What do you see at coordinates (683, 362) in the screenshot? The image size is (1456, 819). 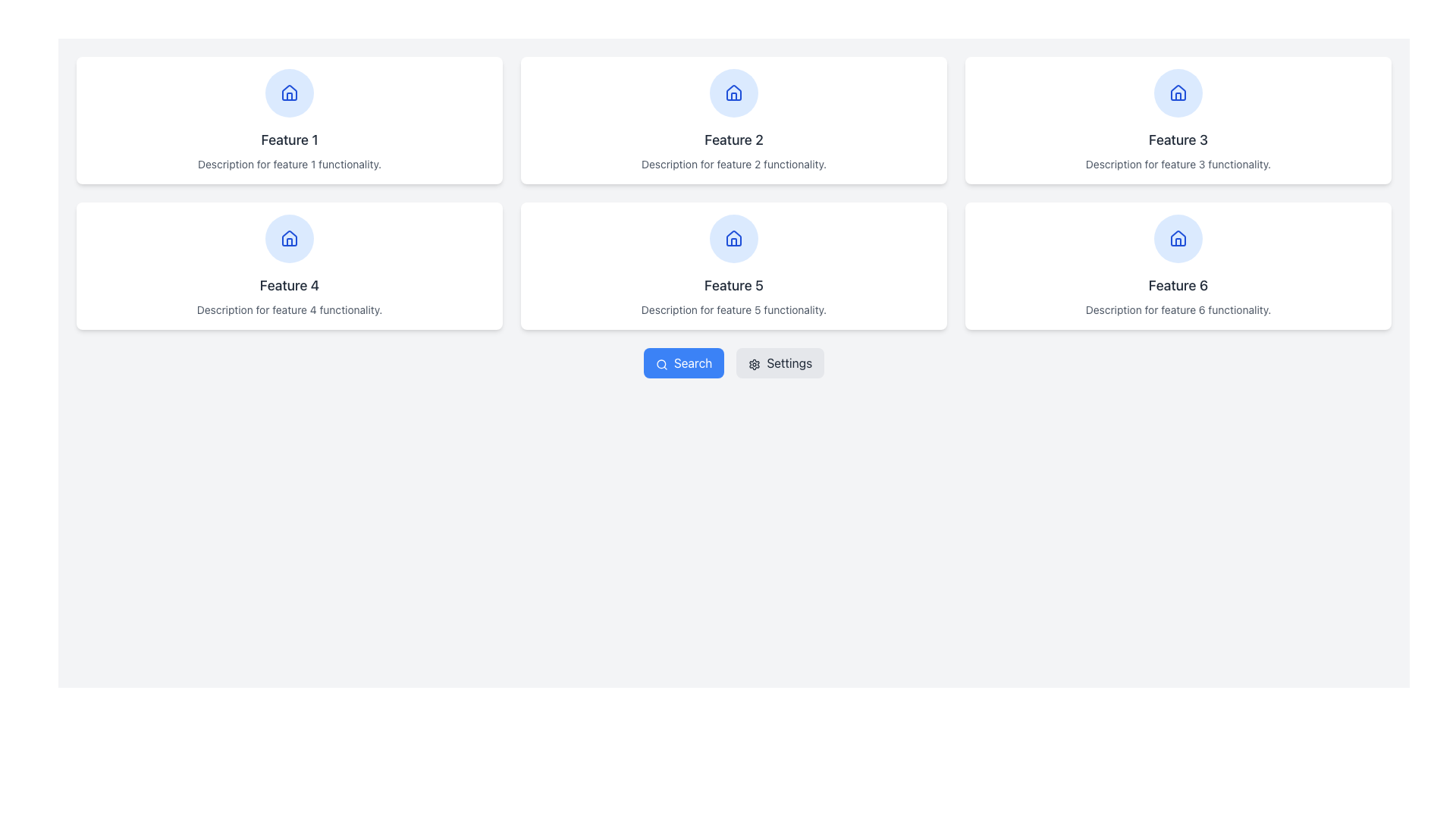 I see `the blue rectangular 'Search' button with rounded corners, which is located centrally below a grid of feature cards` at bounding box center [683, 362].